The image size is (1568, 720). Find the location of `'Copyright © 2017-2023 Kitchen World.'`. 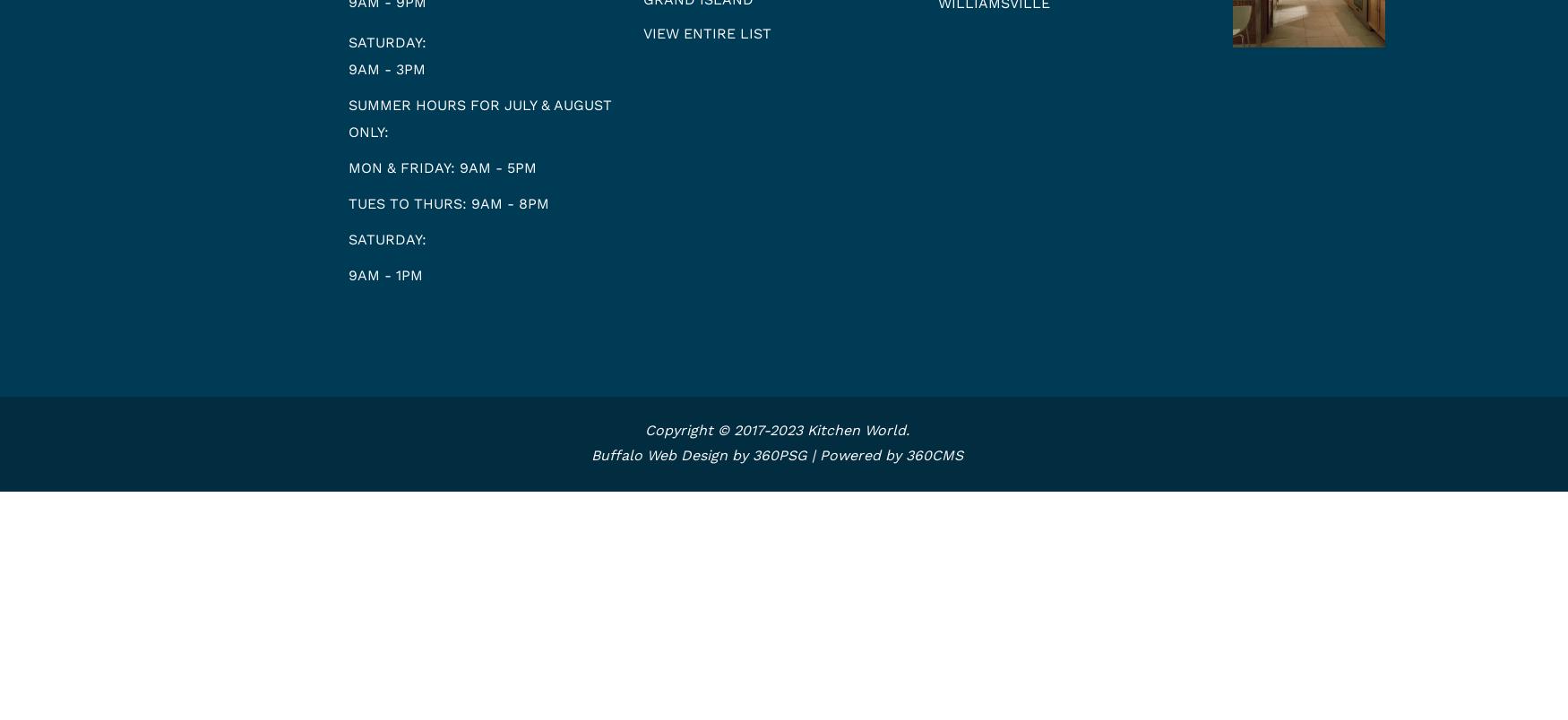

'Copyright © 2017-2023 Kitchen World.' is located at coordinates (777, 429).